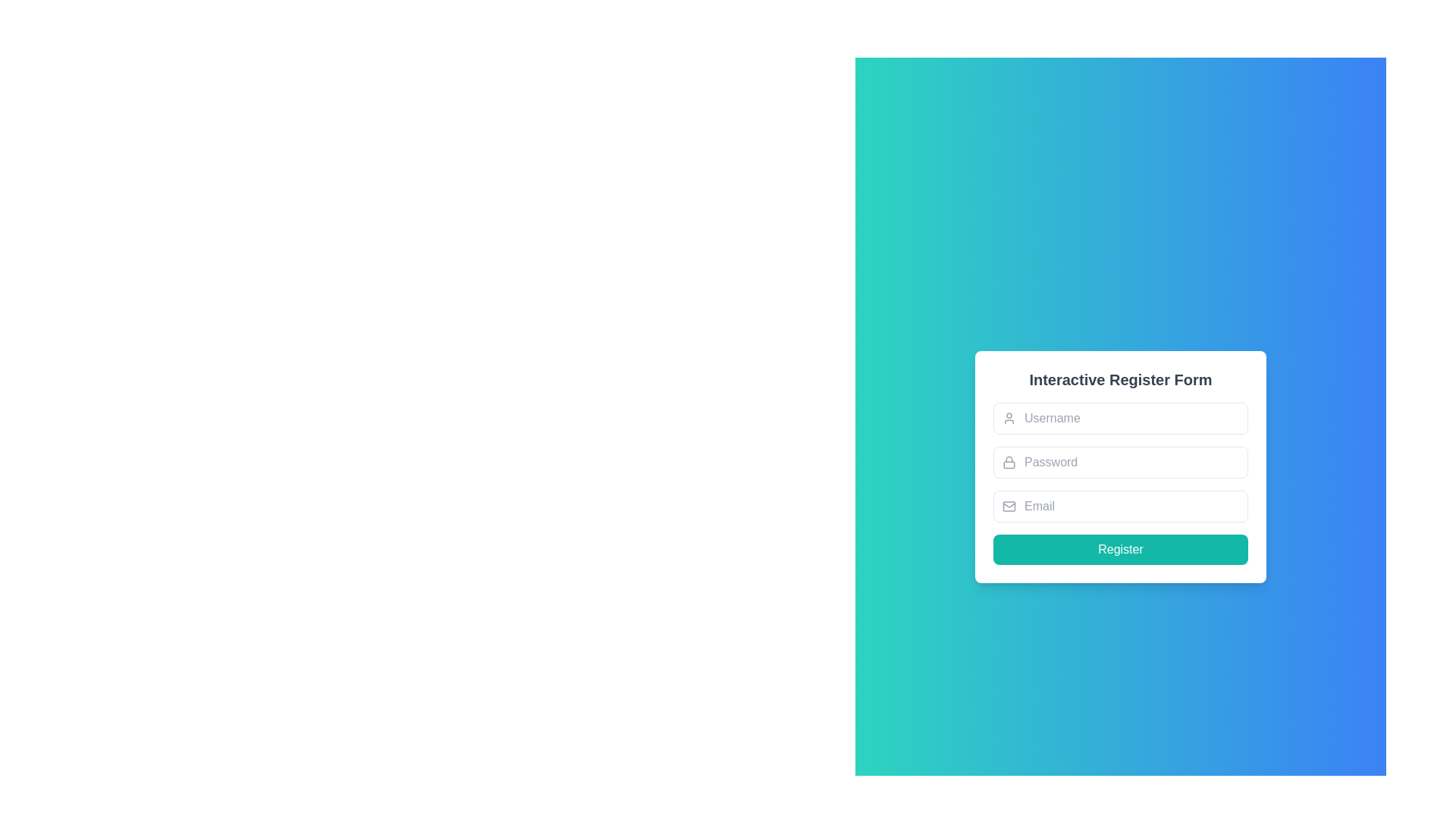 The image size is (1456, 819). I want to click on the 'Register' Submit button with a teal background and rounded corners located at the bottom of the registration form, so click(1121, 550).